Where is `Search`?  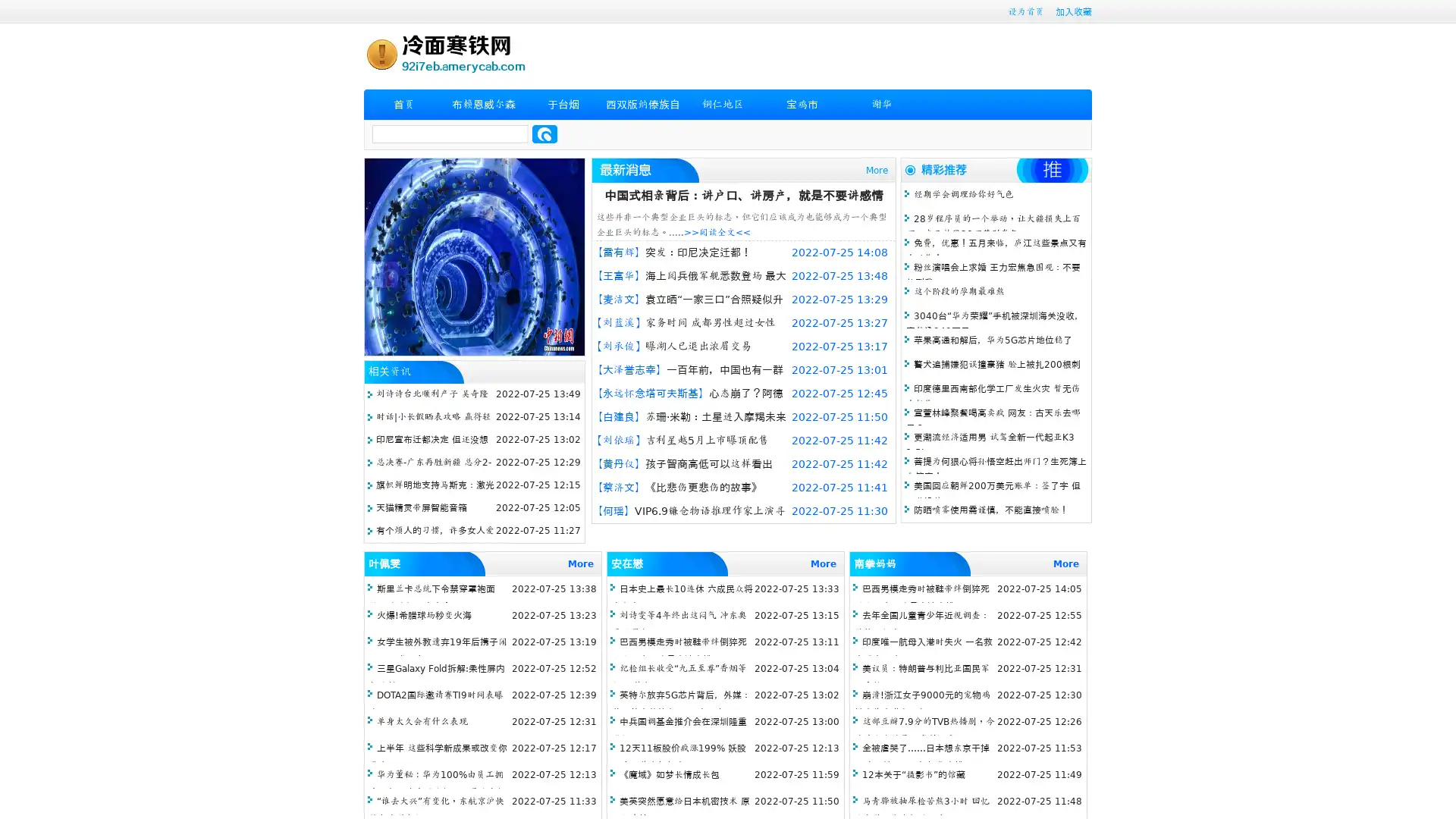 Search is located at coordinates (544, 133).